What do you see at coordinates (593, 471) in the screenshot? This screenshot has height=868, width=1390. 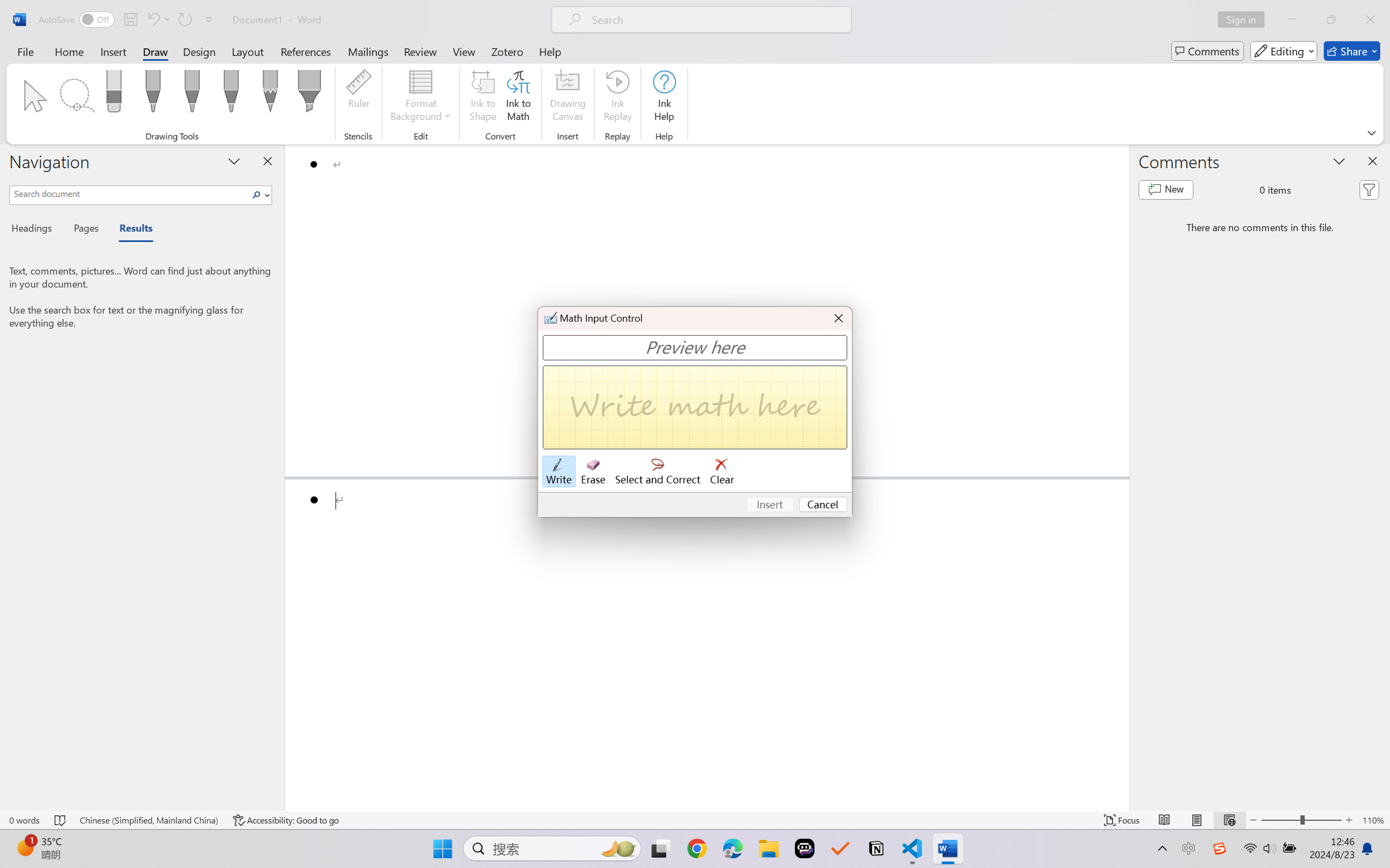 I see `'Erase'` at bounding box center [593, 471].